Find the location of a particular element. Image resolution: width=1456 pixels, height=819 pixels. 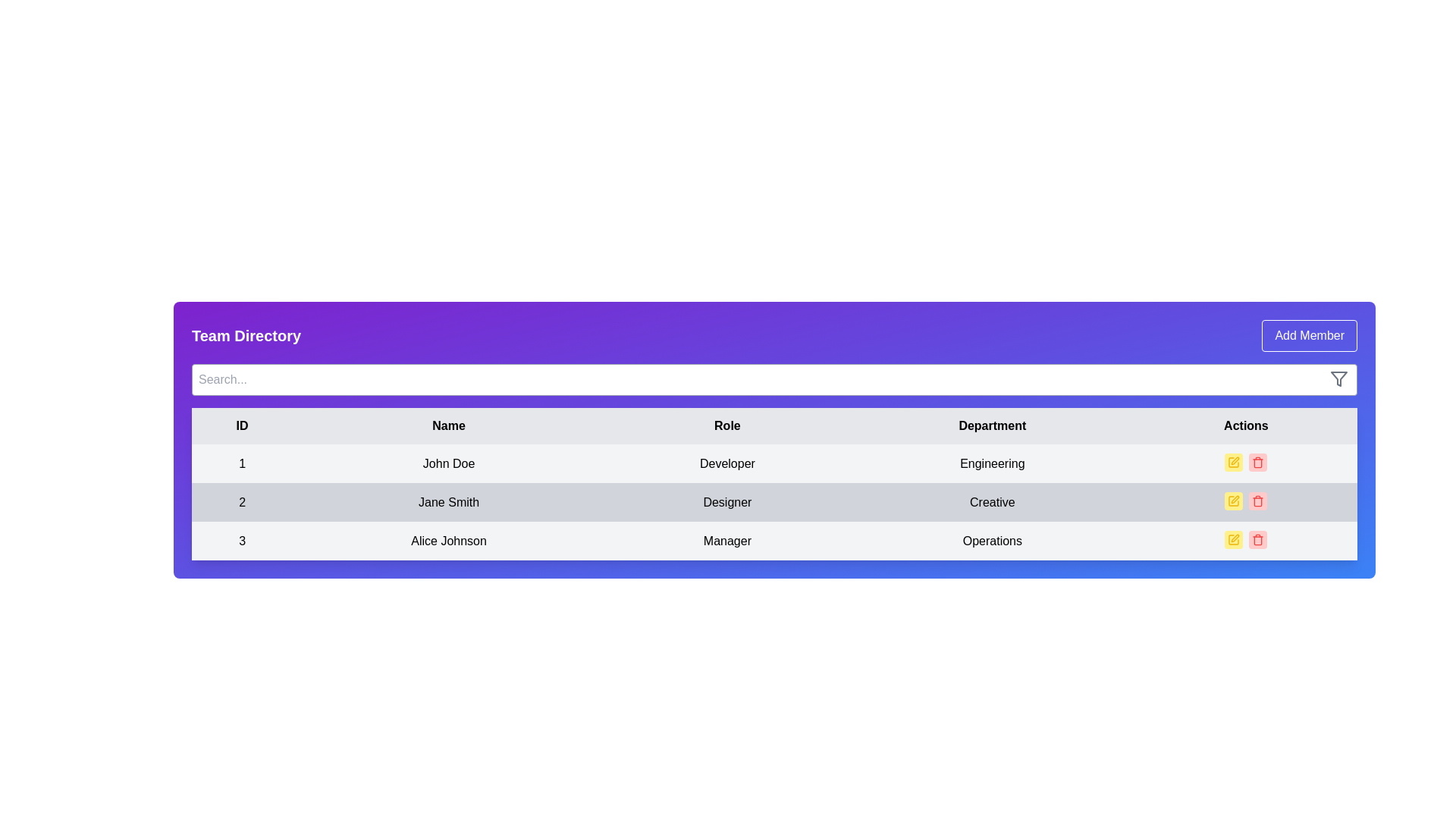

the middle part of the trash bin icon, which is outlined in a red tint and located in the 'Actions' column of the third row in the table is located at coordinates (1258, 463).